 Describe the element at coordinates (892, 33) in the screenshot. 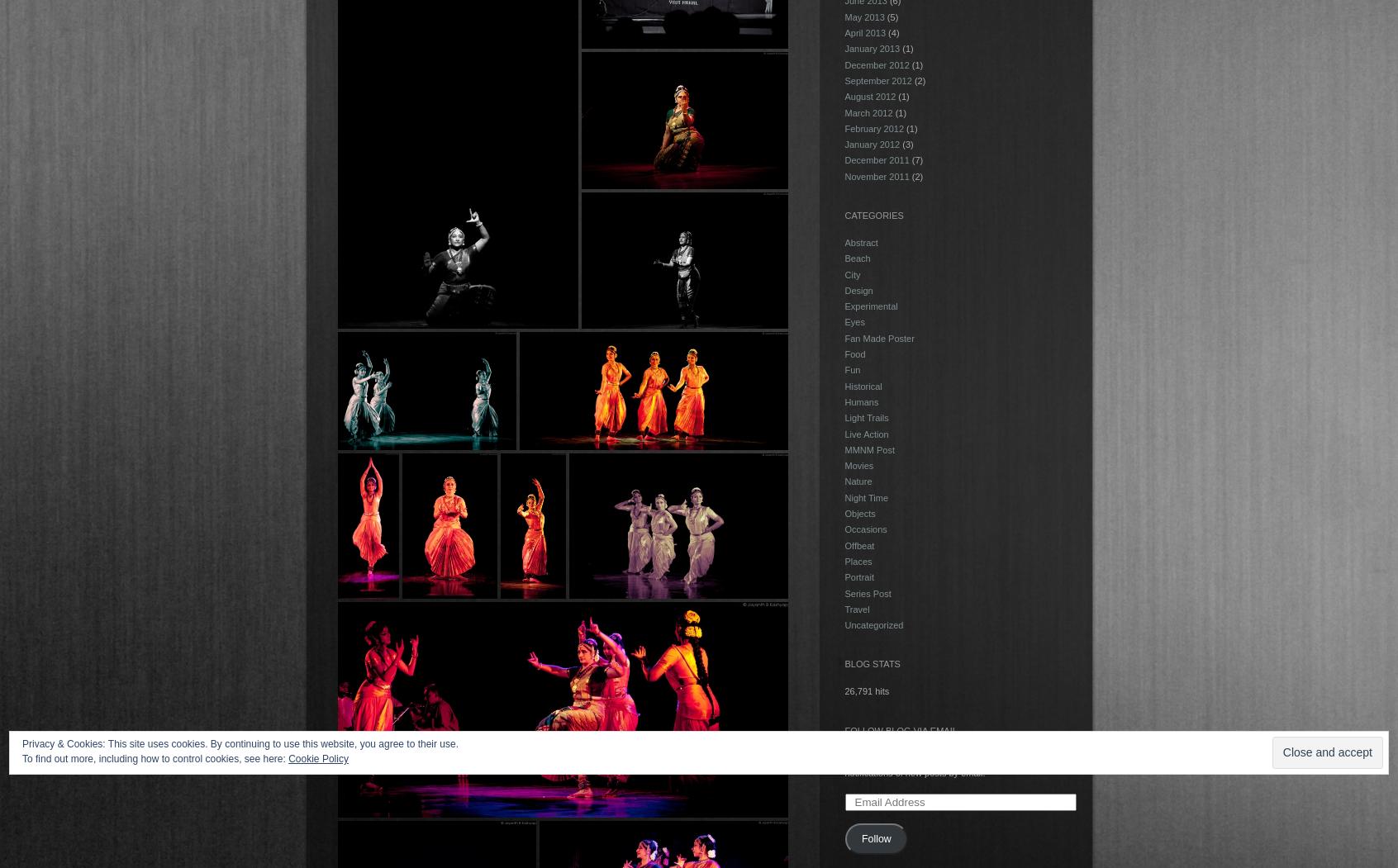

I see `'(4)'` at that location.